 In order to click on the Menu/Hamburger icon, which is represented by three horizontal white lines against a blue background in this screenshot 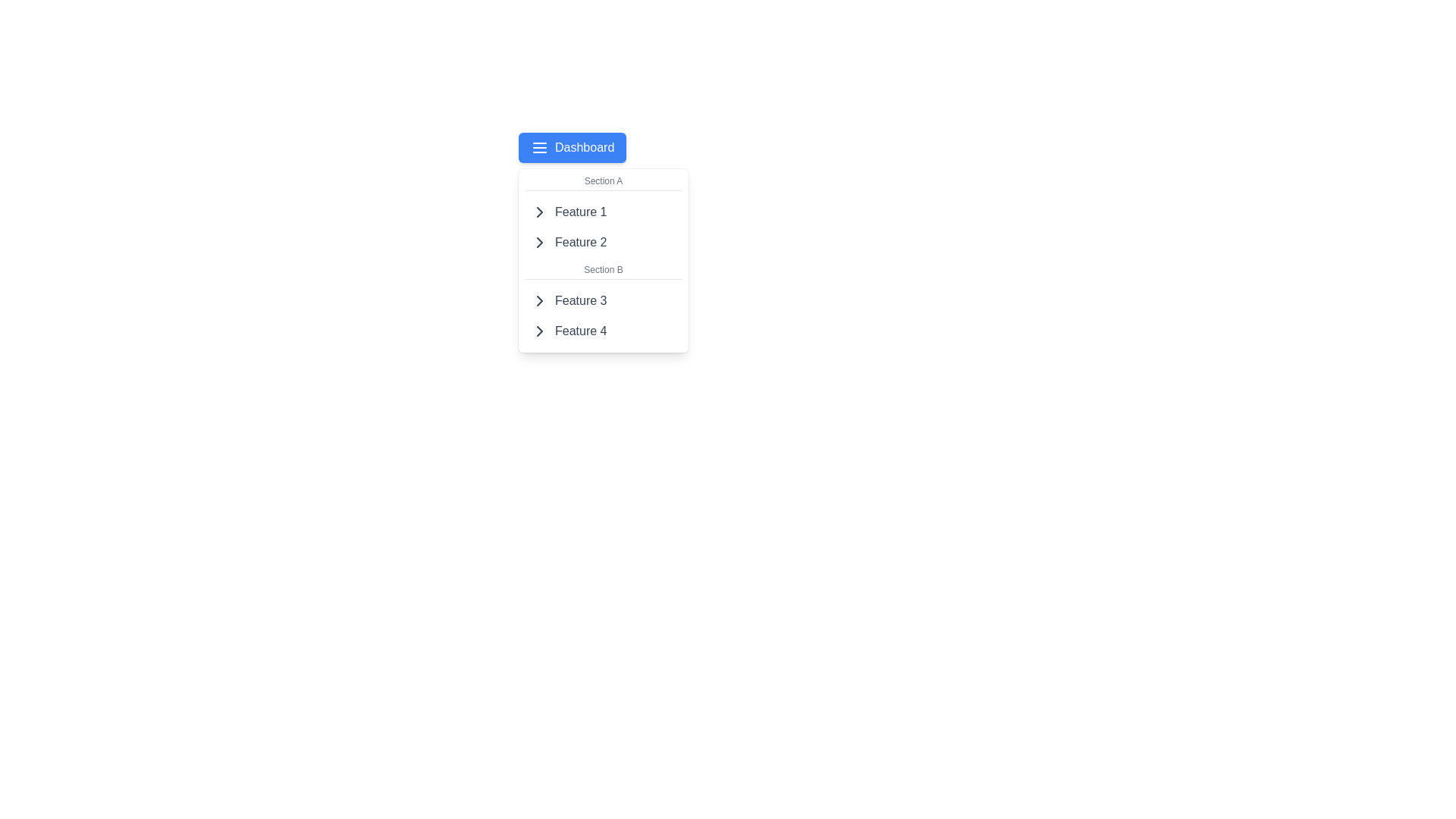, I will do `click(539, 148)`.